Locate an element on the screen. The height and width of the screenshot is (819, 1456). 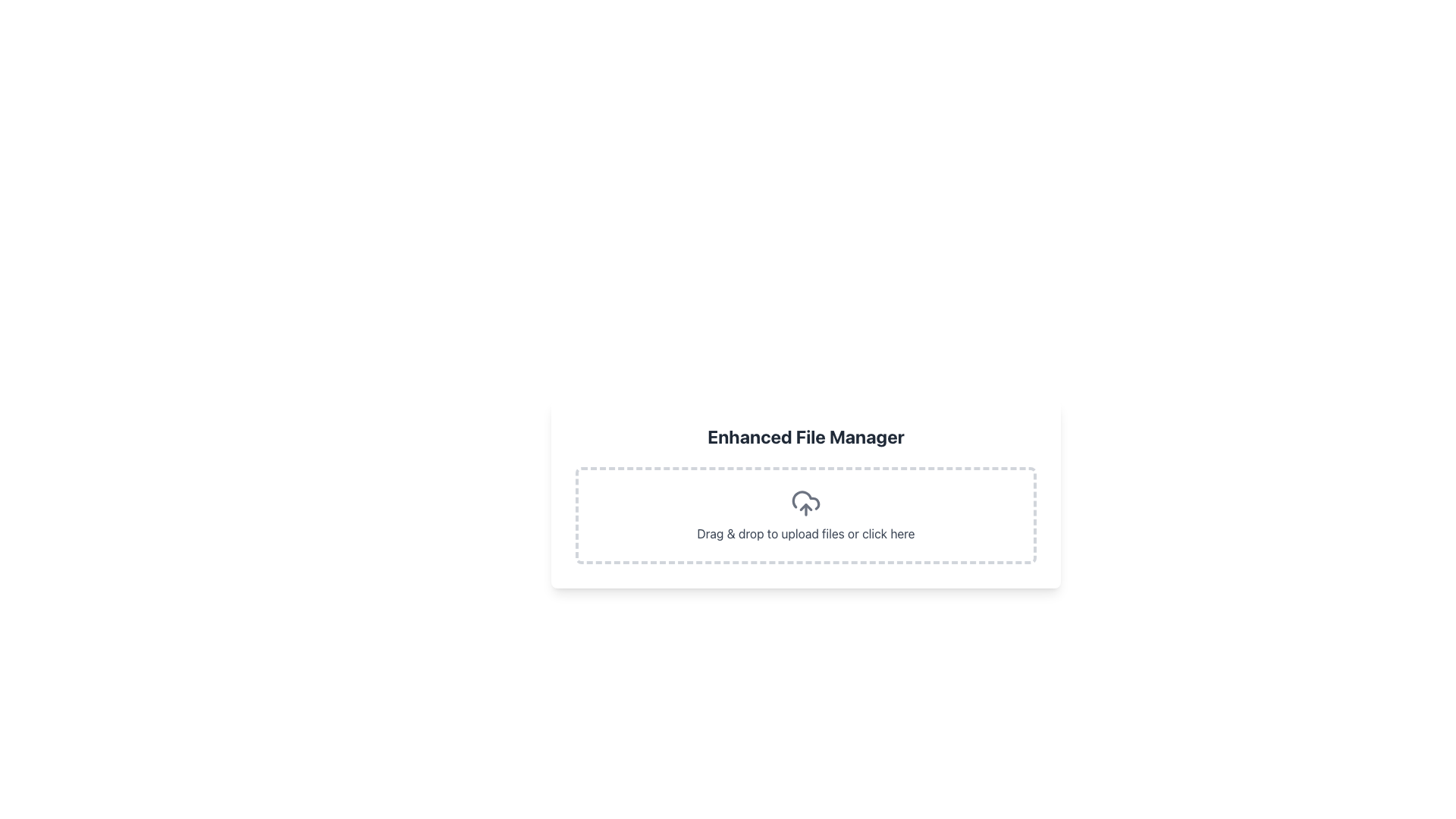
the cloud-shaped upload icon with an upward-pointing arrow is located at coordinates (805, 503).